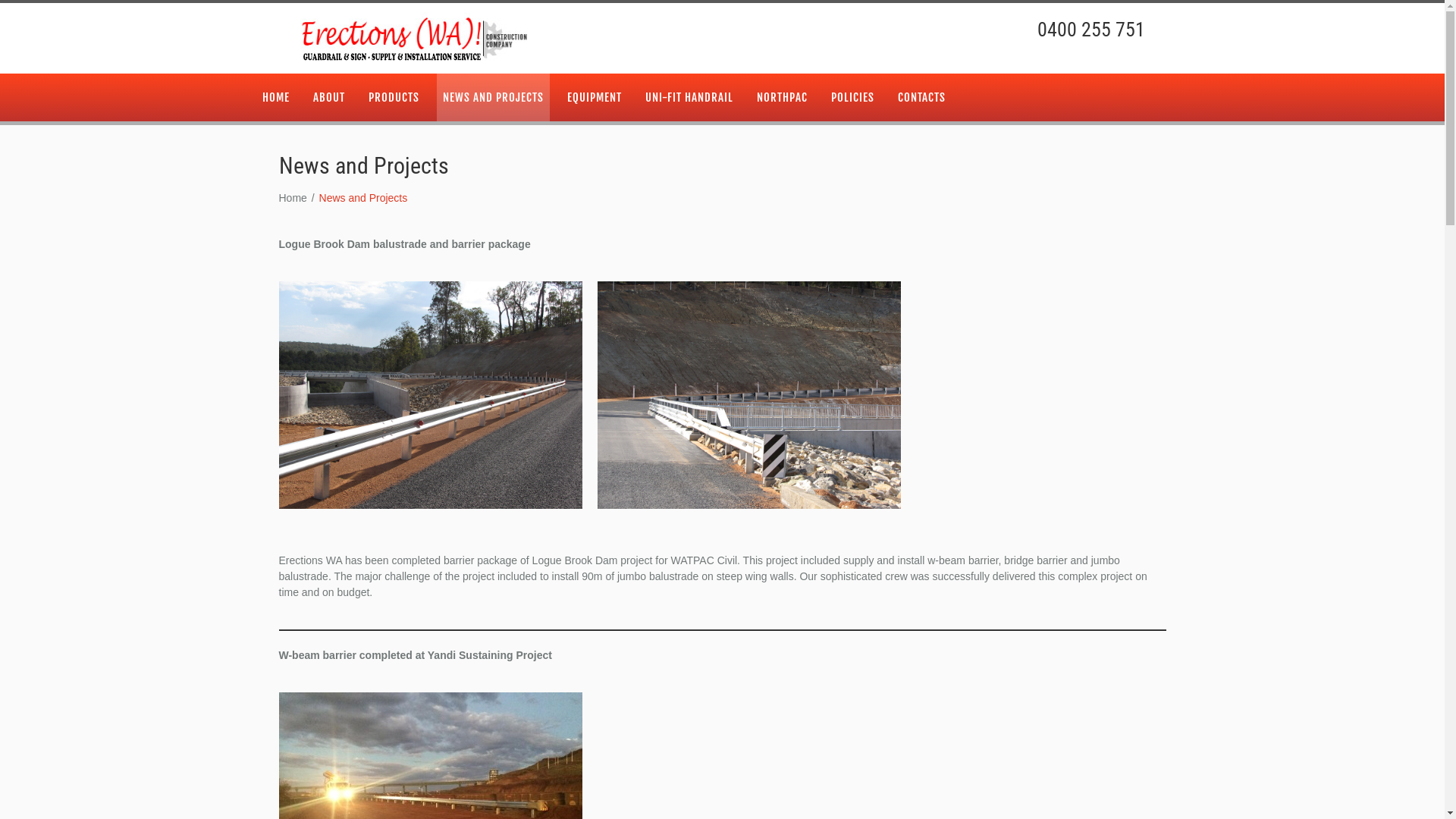 The width and height of the screenshot is (1456, 819). What do you see at coordinates (305, 97) in the screenshot?
I see `'ABOUT'` at bounding box center [305, 97].